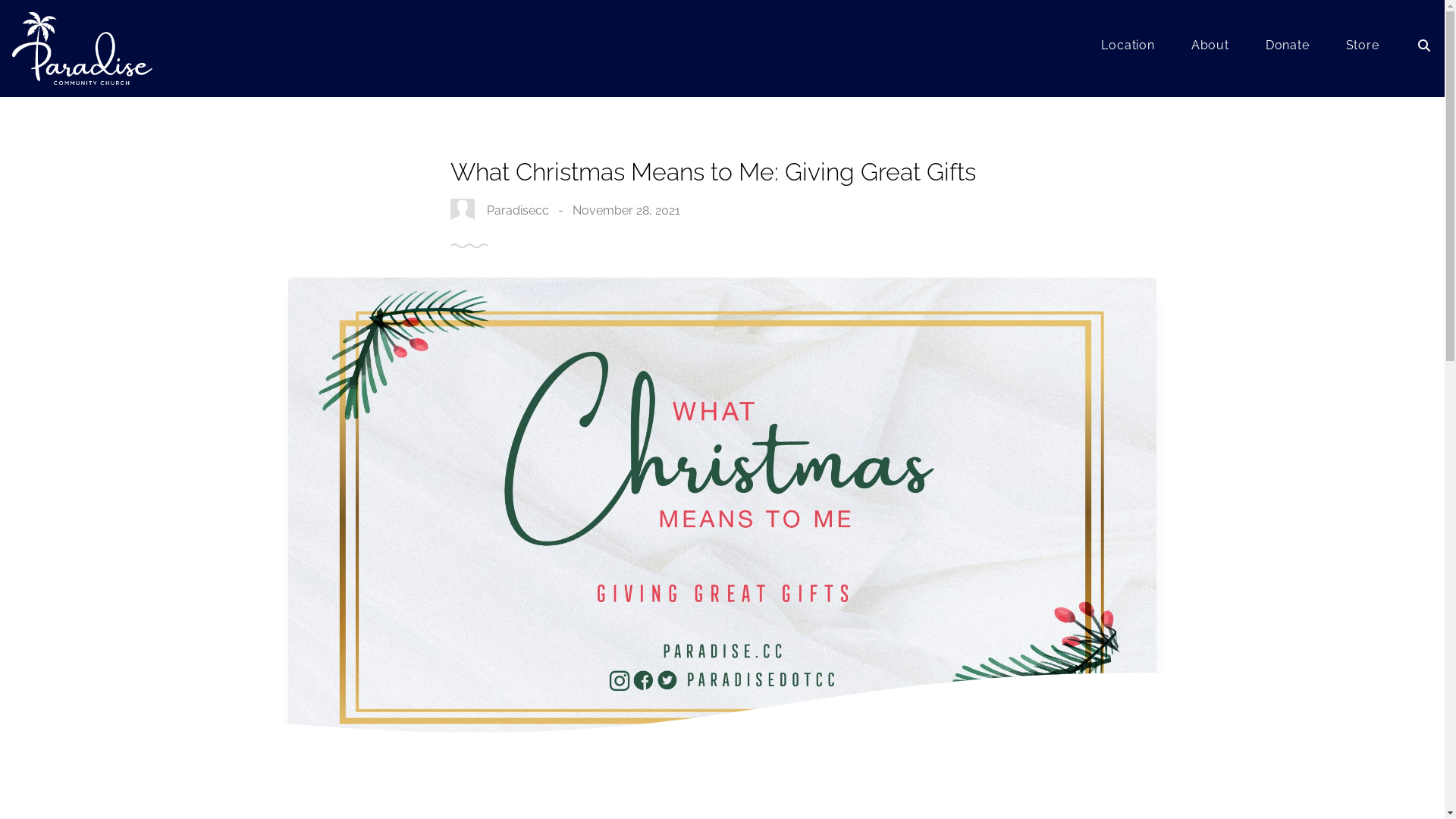  I want to click on 'Store', so click(1362, 48).